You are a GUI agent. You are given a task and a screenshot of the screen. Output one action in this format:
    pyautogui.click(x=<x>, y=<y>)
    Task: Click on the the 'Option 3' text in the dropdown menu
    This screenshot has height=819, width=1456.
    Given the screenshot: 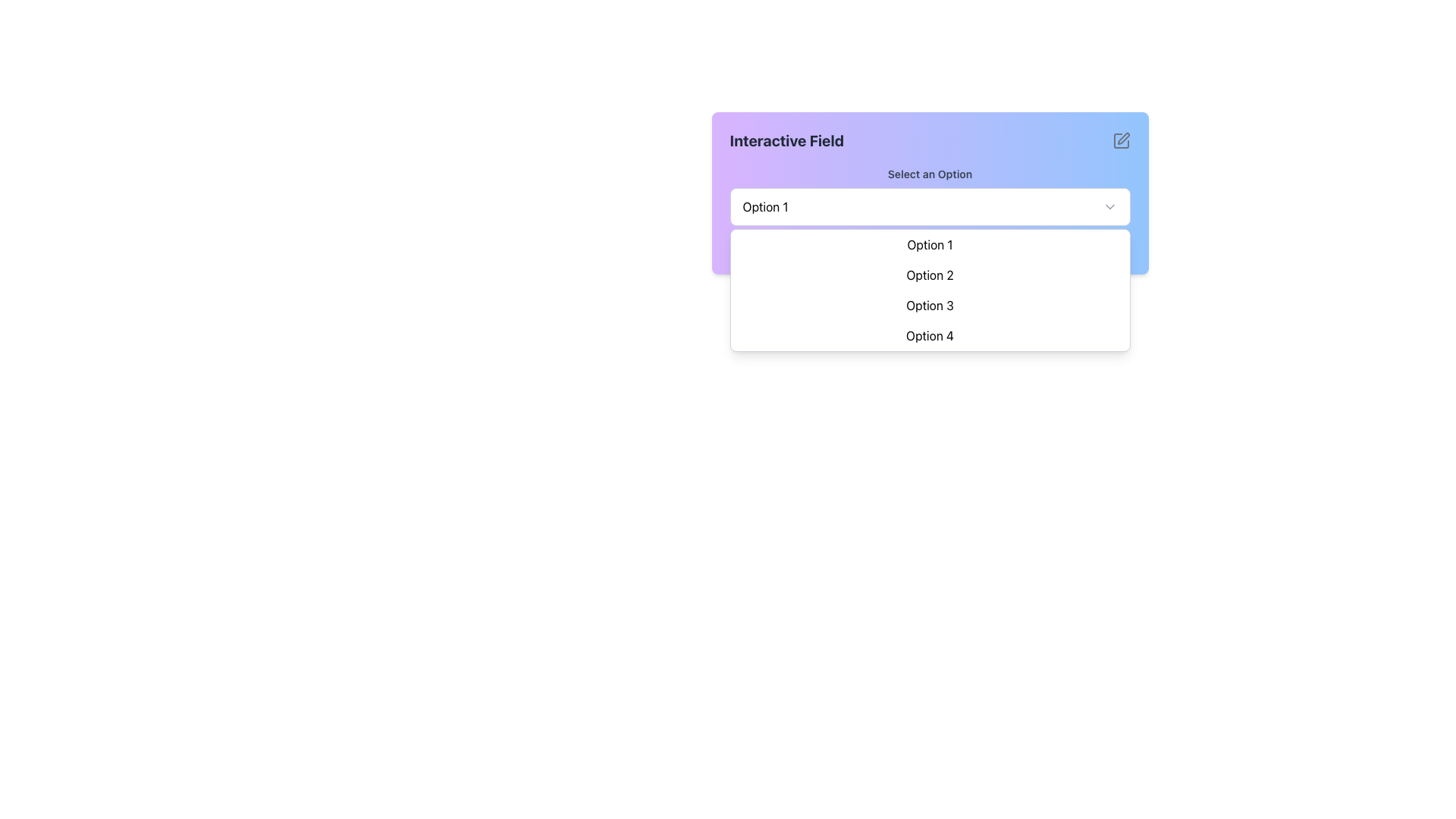 What is the action you would take?
    pyautogui.click(x=929, y=305)
    